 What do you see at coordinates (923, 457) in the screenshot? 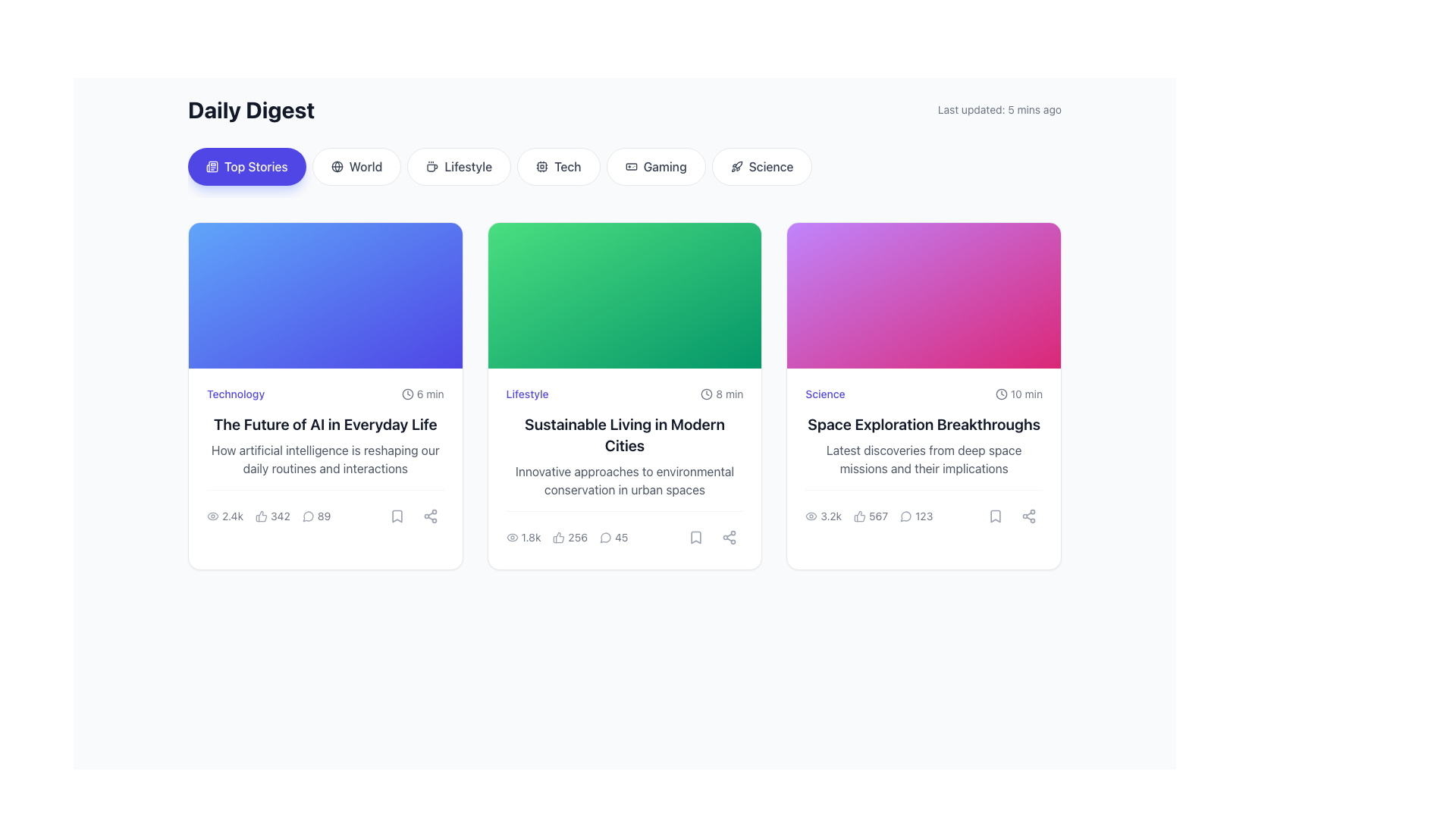
I see `the Card Component titled 'Space Exploration Breakthroughs', which is the third card in the 'Daily Digest' section, styled with a white background and containing various article-related information` at bounding box center [923, 457].